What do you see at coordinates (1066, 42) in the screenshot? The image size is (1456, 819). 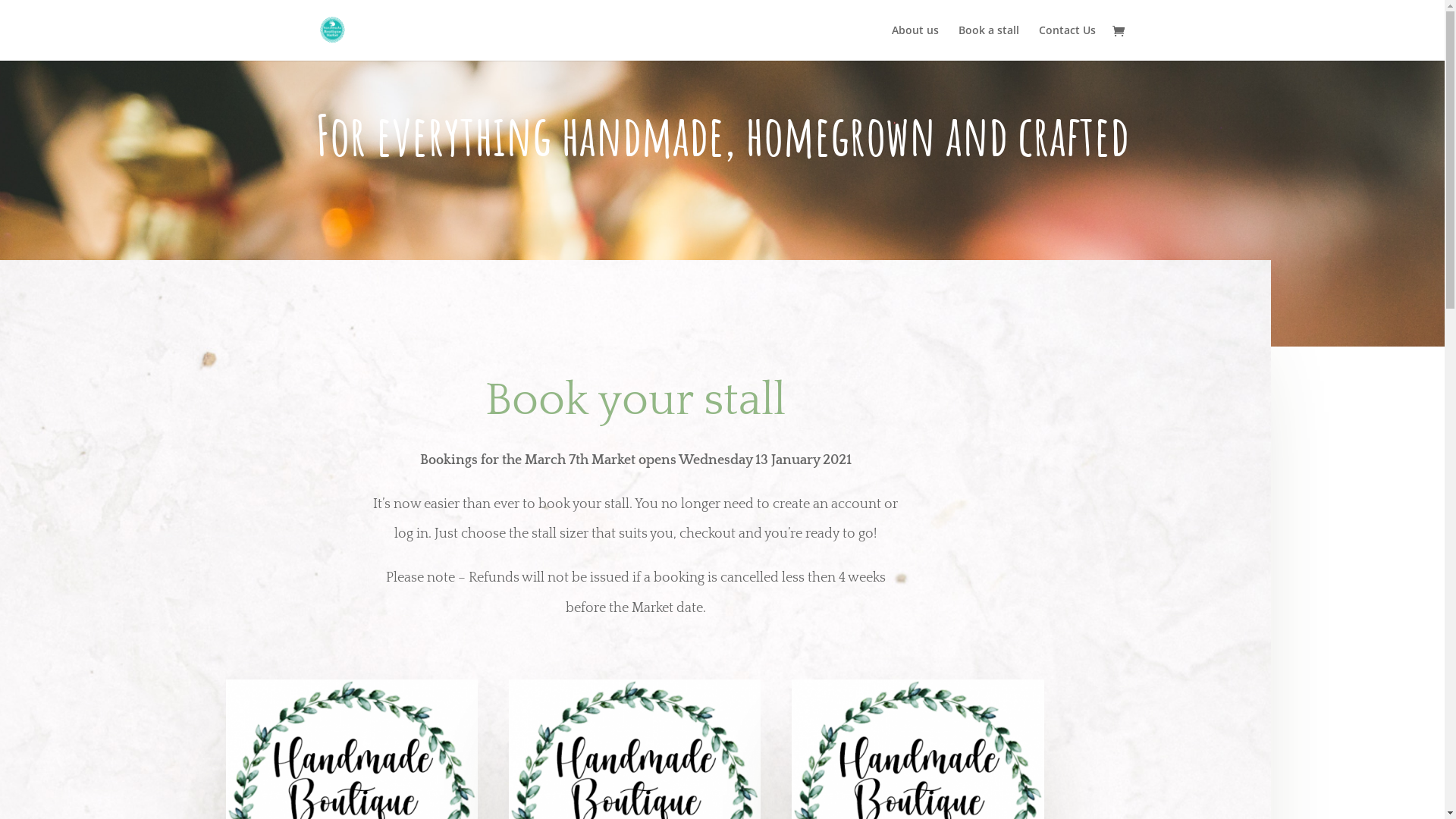 I see `'Contact Us'` at bounding box center [1066, 42].